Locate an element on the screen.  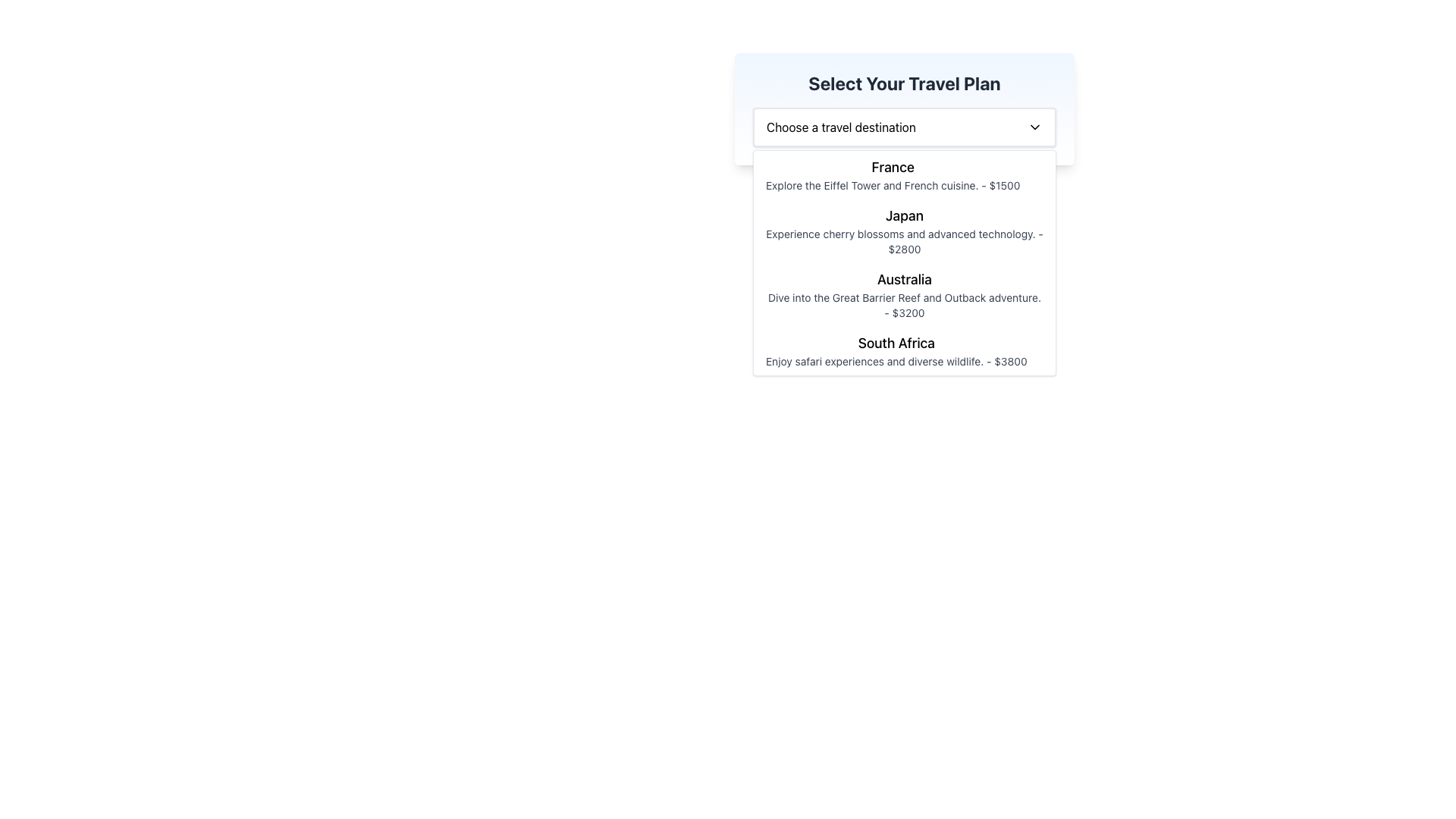
the list item with the bolded title 'Australia' is located at coordinates (905, 295).